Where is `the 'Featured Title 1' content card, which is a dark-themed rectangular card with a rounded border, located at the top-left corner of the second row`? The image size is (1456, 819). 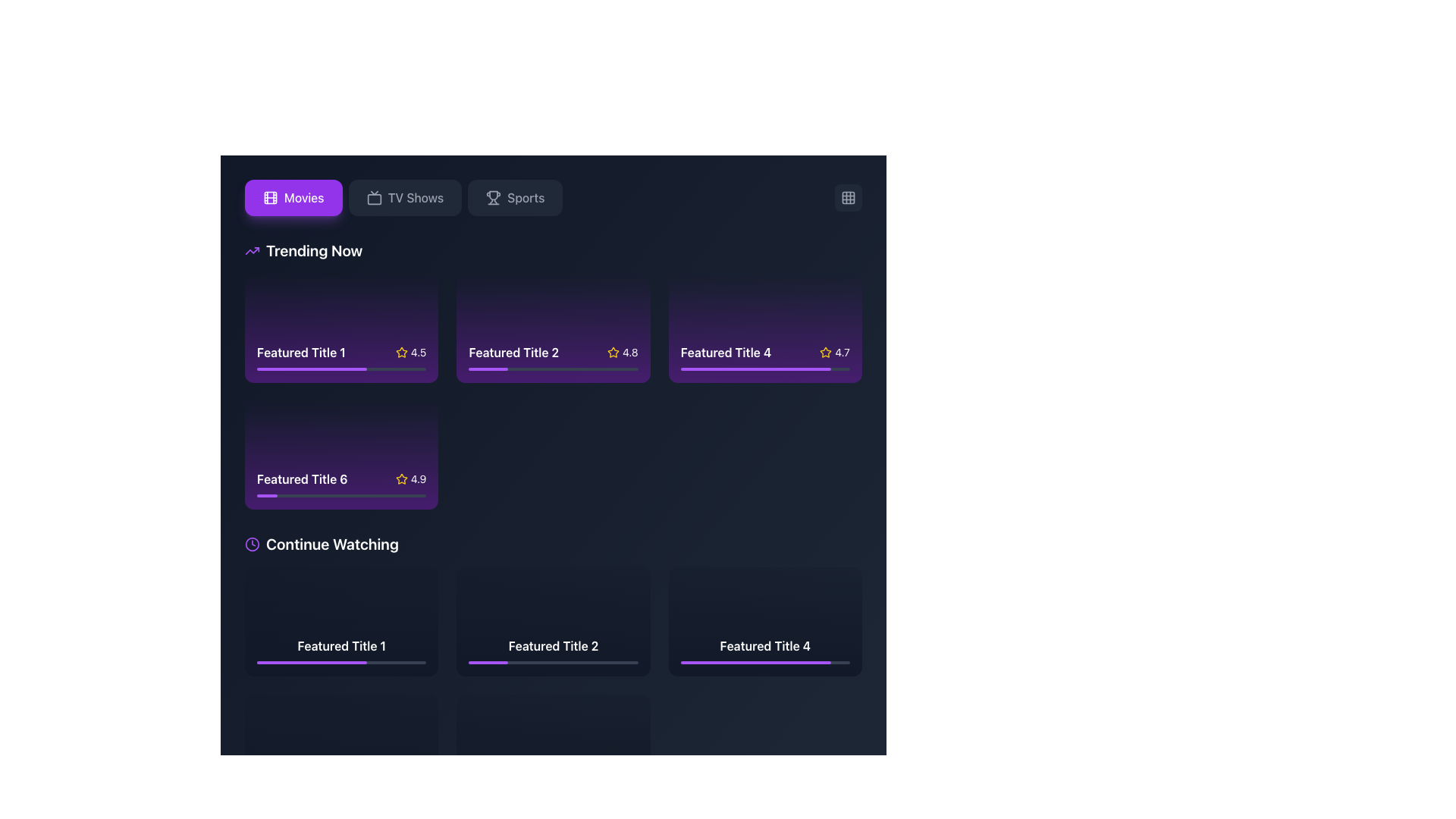
the 'Featured Title 1' content card, which is a dark-themed rectangular card with a rounded border, located at the top-left corner of the second row is located at coordinates (340, 622).